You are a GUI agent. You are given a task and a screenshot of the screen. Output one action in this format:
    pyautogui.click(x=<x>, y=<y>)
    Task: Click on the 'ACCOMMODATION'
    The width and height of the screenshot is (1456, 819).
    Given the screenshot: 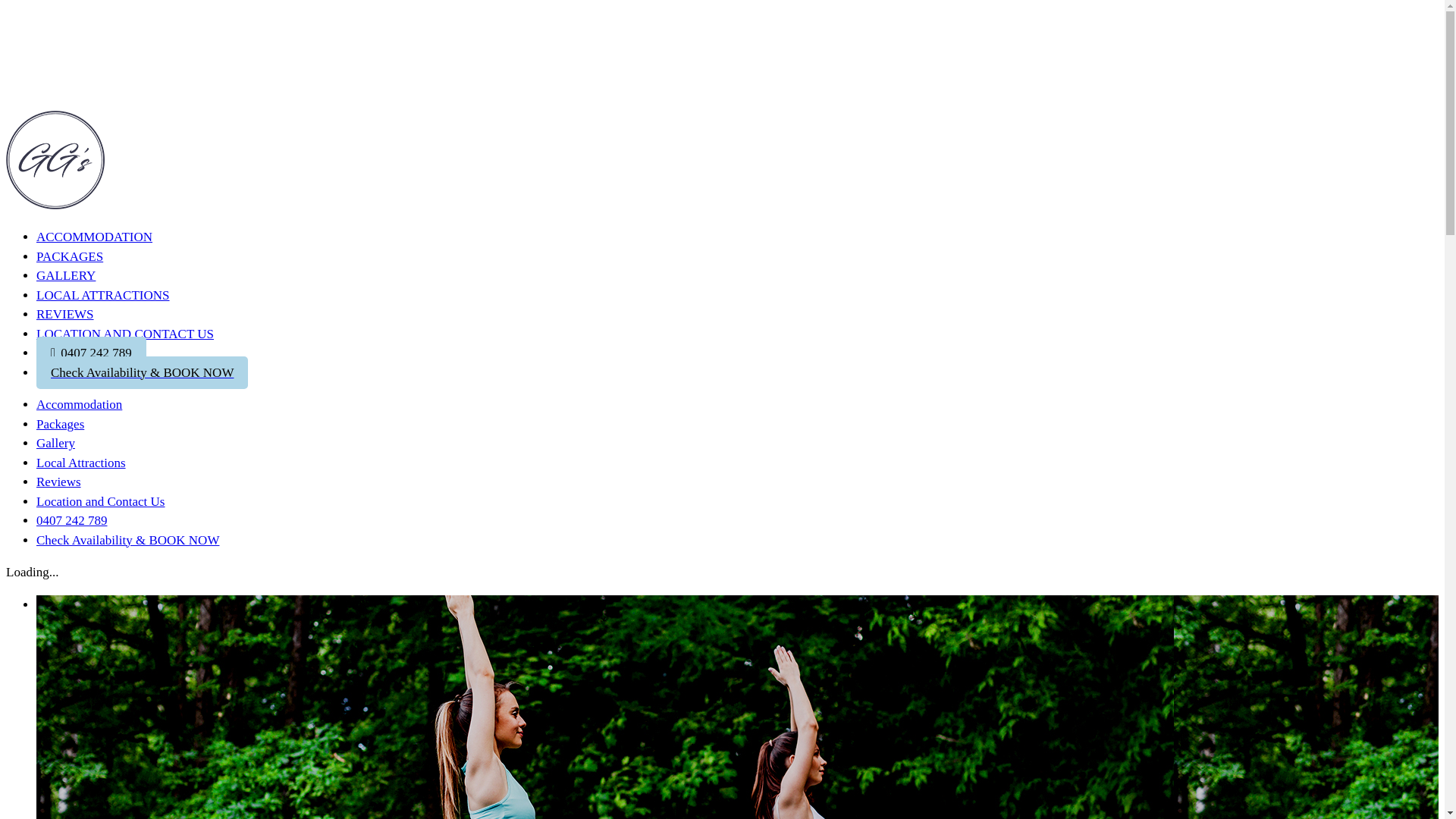 What is the action you would take?
    pyautogui.click(x=93, y=239)
    